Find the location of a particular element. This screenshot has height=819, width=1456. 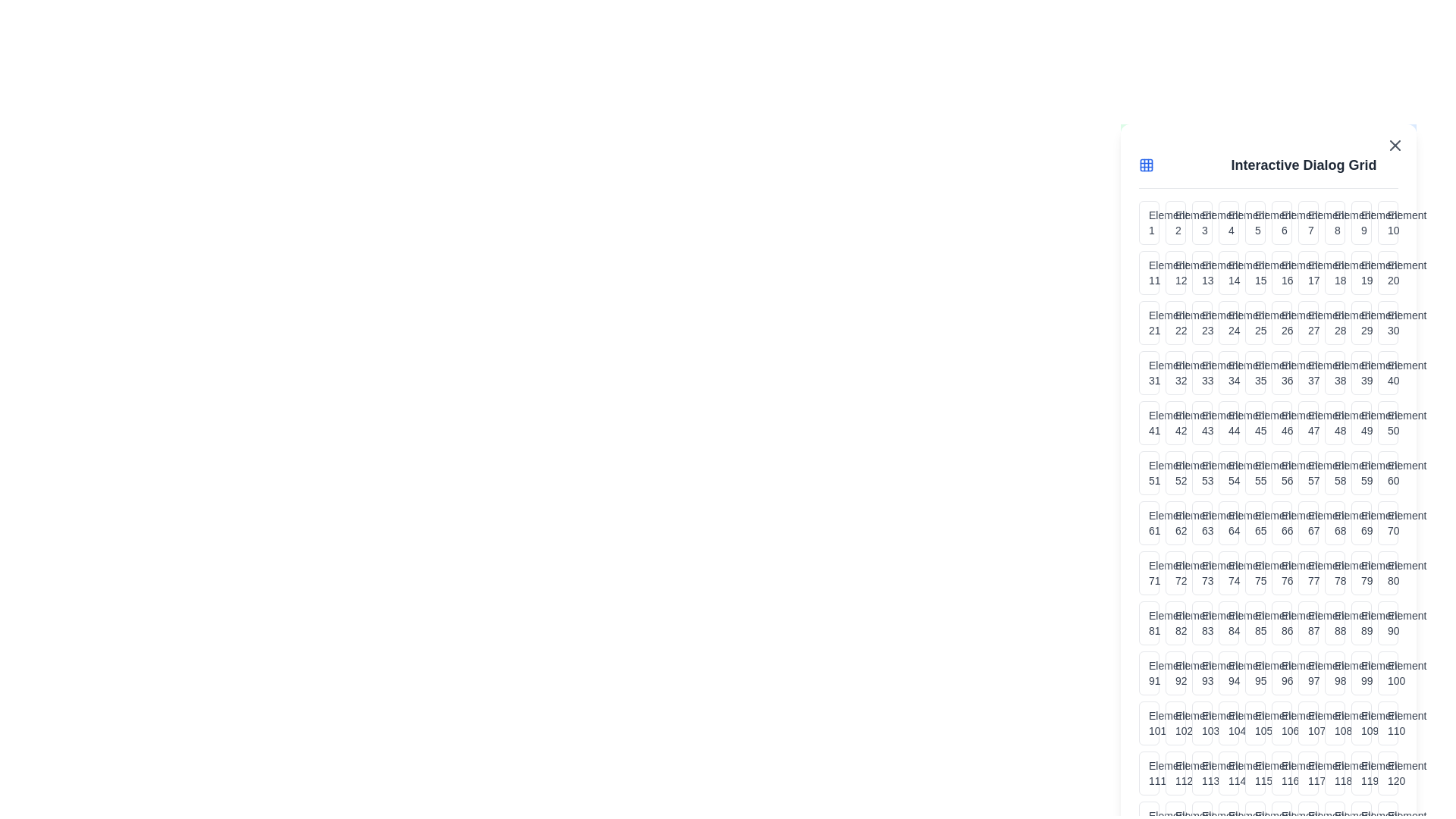

the dialog header title to focus on it is located at coordinates (1302, 165).